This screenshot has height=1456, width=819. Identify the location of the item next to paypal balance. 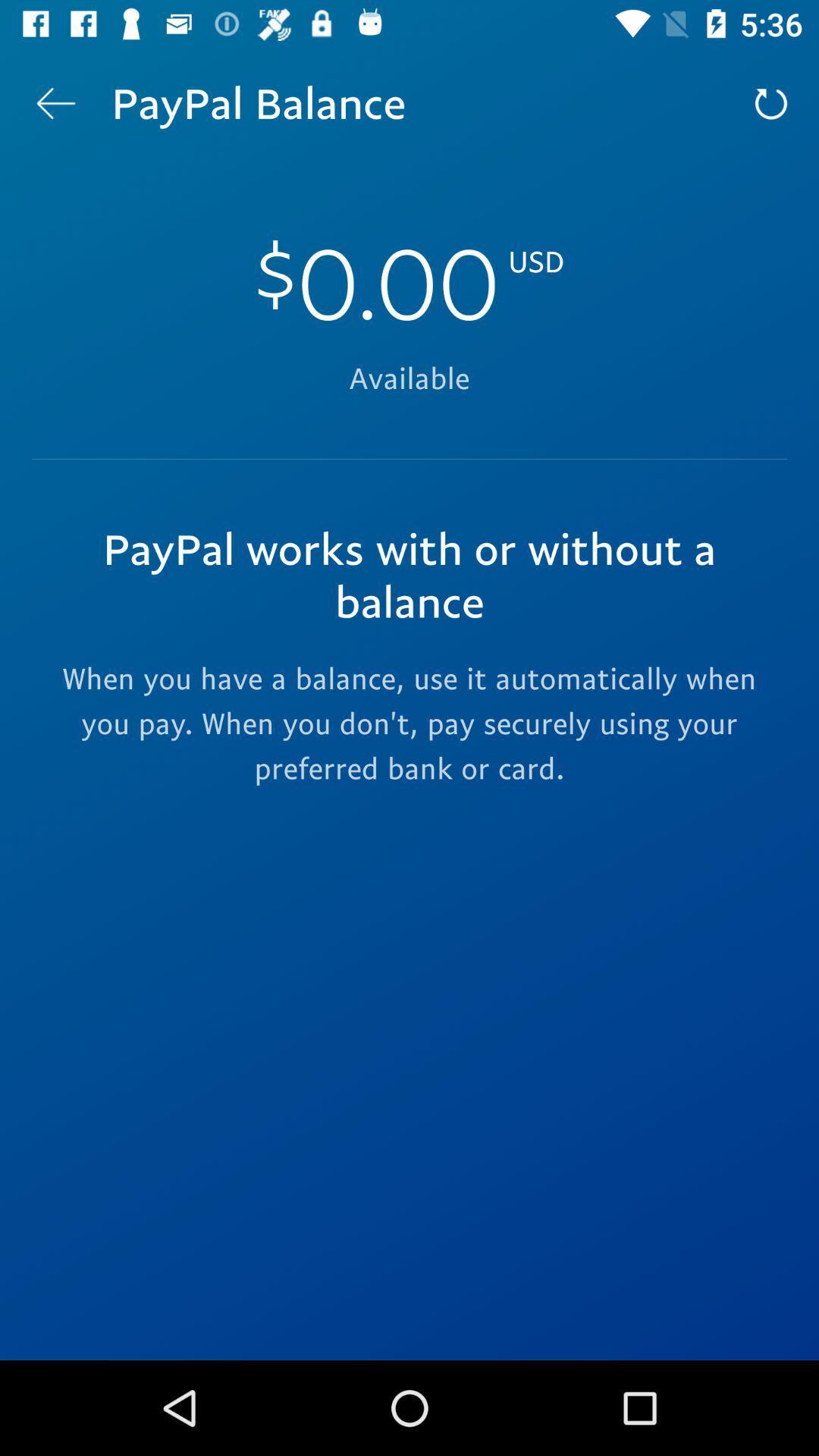
(771, 102).